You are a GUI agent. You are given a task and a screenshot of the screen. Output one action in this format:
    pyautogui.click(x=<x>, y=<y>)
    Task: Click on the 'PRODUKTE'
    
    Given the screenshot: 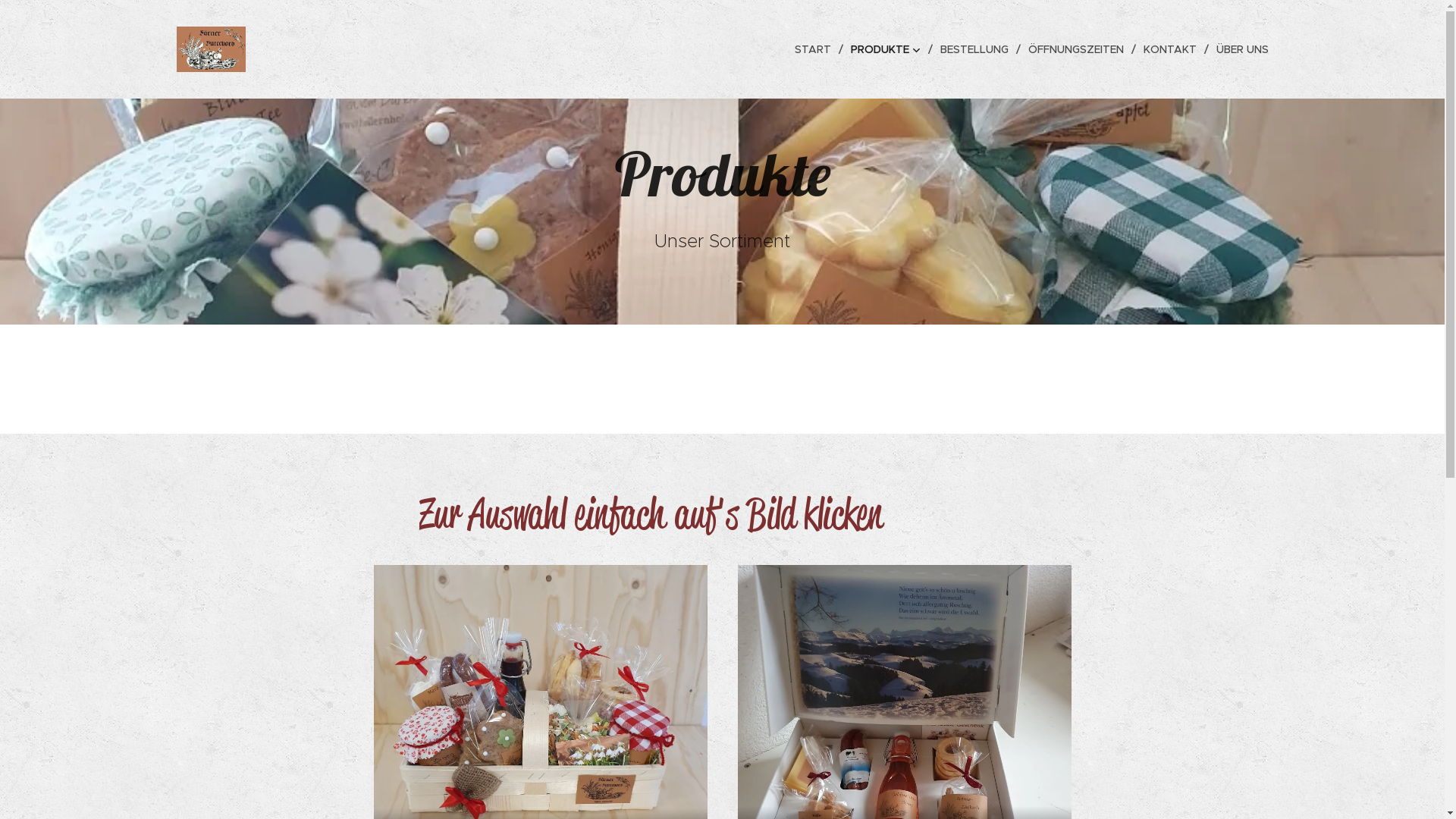 What is the action you would take?
    pyautogui.click(x=843, y=49)
    